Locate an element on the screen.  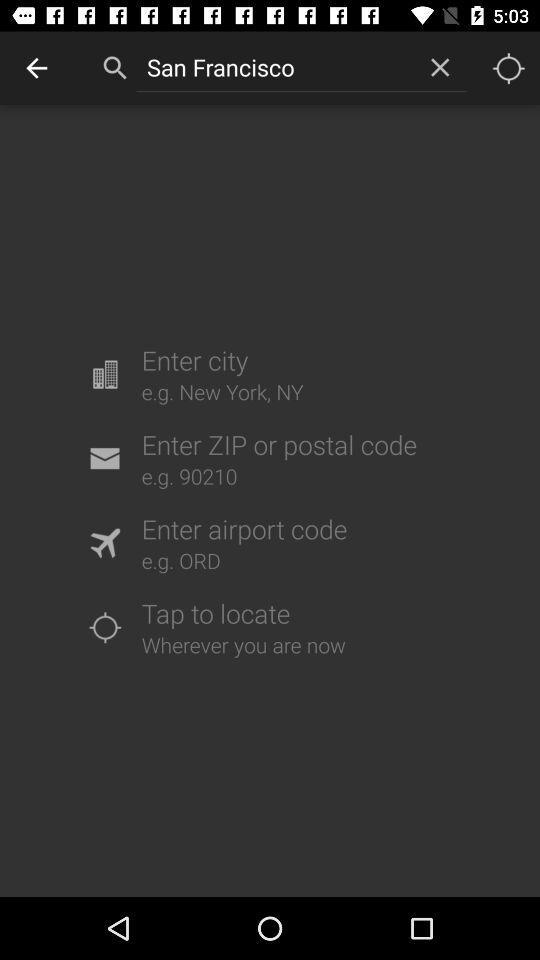
the close button on the web page is located at coordinates (440, 67).